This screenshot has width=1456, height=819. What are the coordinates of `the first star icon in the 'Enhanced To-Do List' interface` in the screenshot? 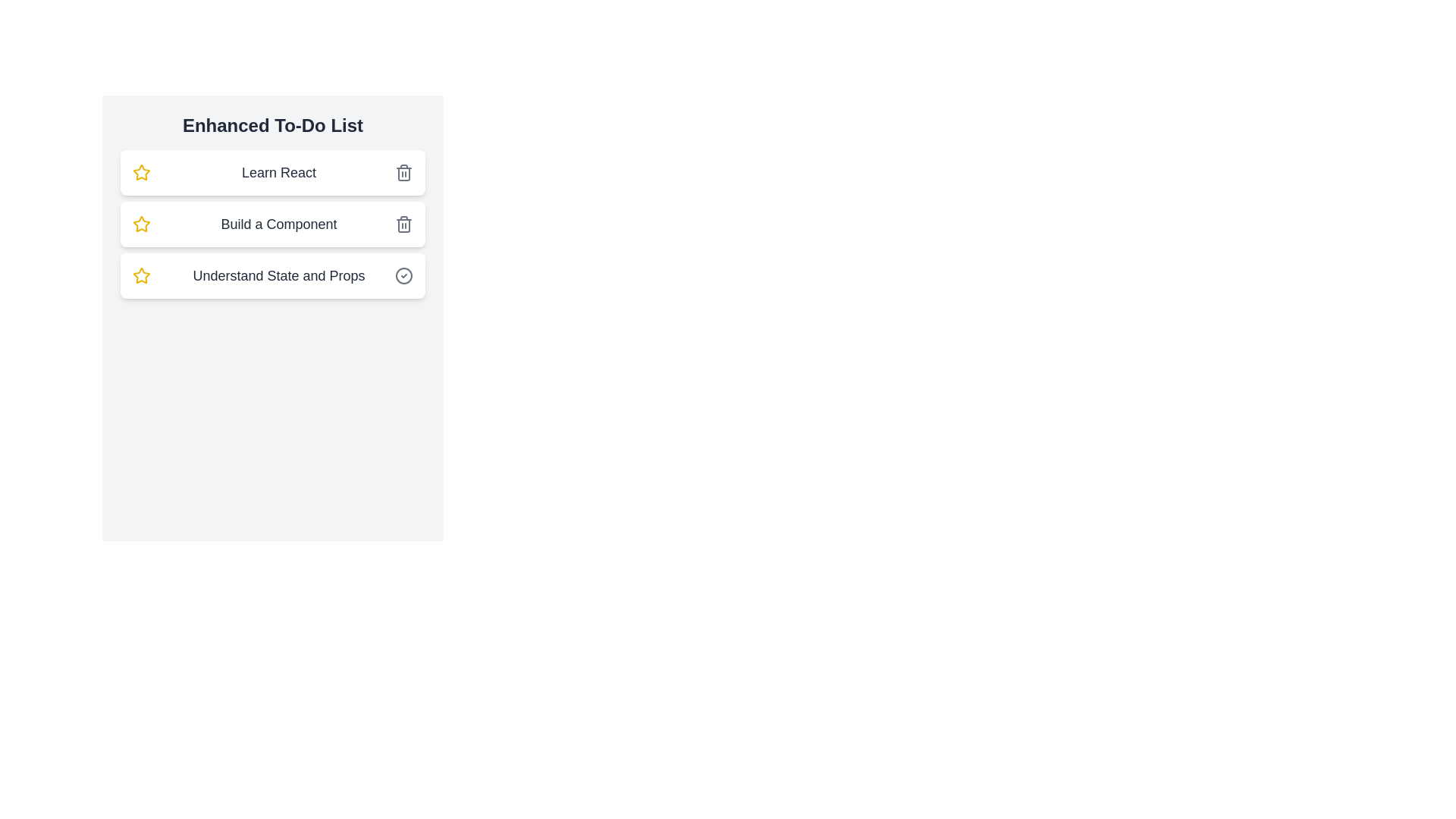 It's located at (142, 171).